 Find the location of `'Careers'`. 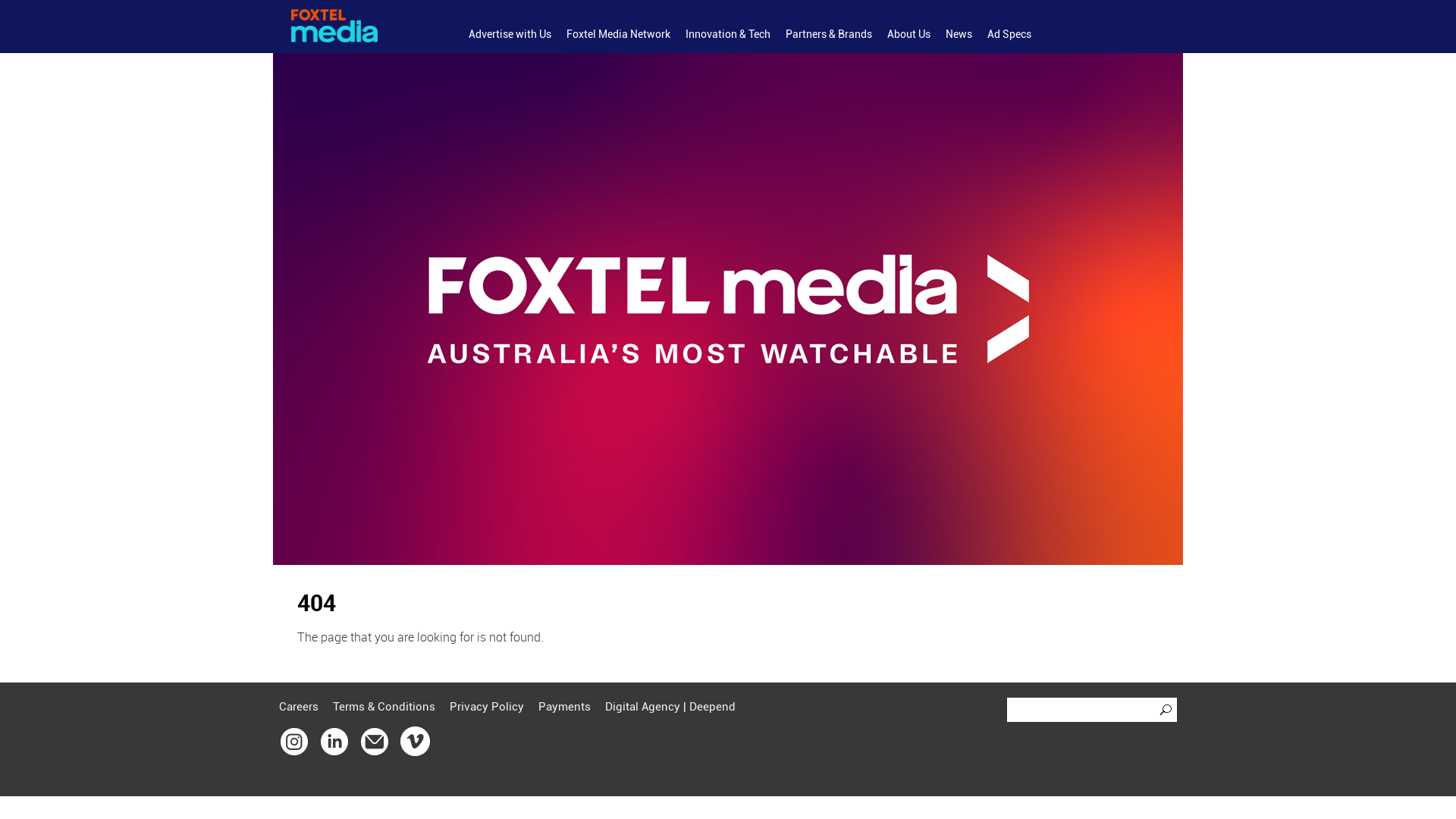

'Careers' is located at coordinates (279, 707).